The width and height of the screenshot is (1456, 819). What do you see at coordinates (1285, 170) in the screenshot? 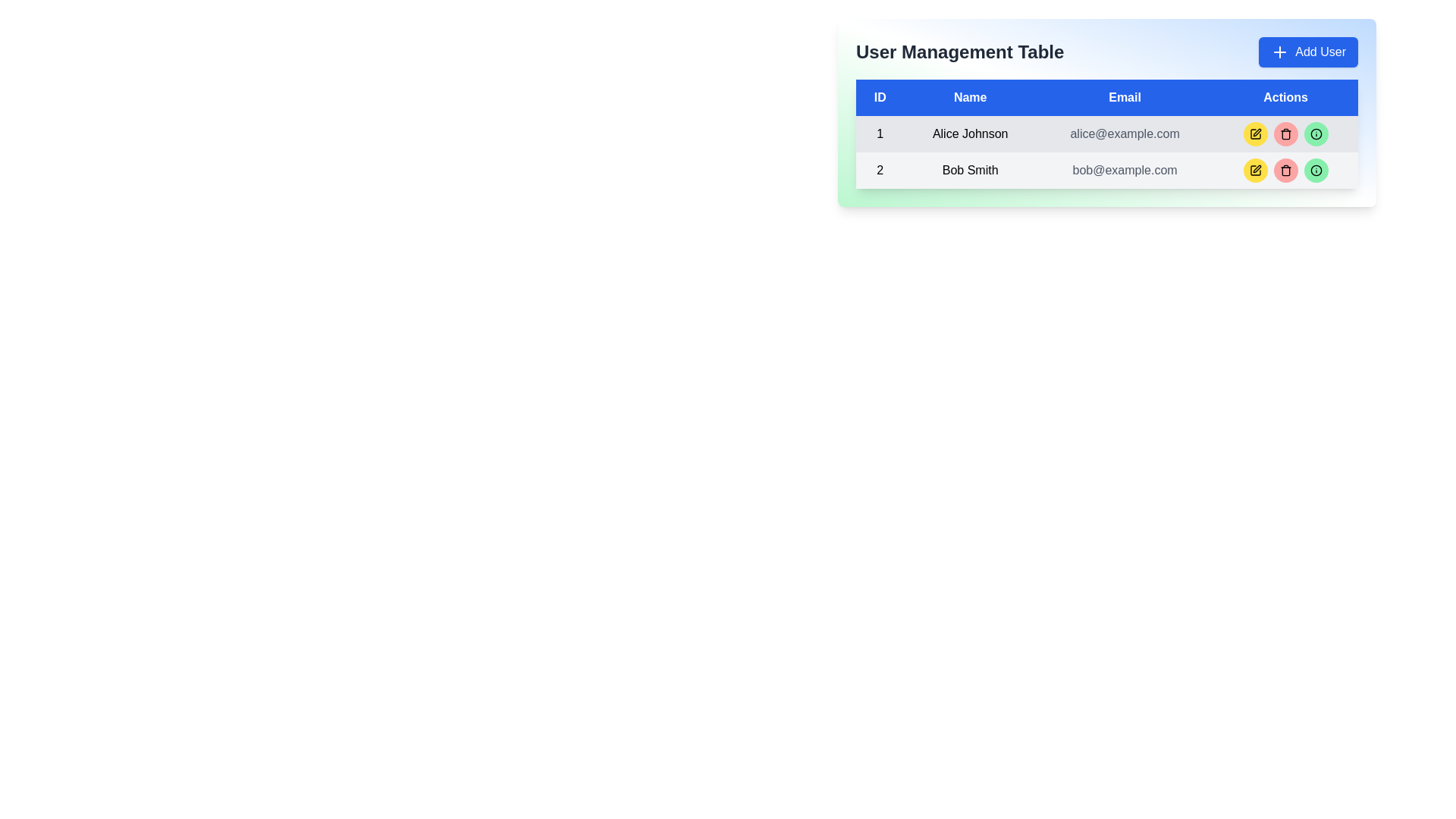
I see `the circular red button with a trash bin icon located in the 'Actions' column of the second row for user 'Bob Smith'` at bounding box center [1285, 170].